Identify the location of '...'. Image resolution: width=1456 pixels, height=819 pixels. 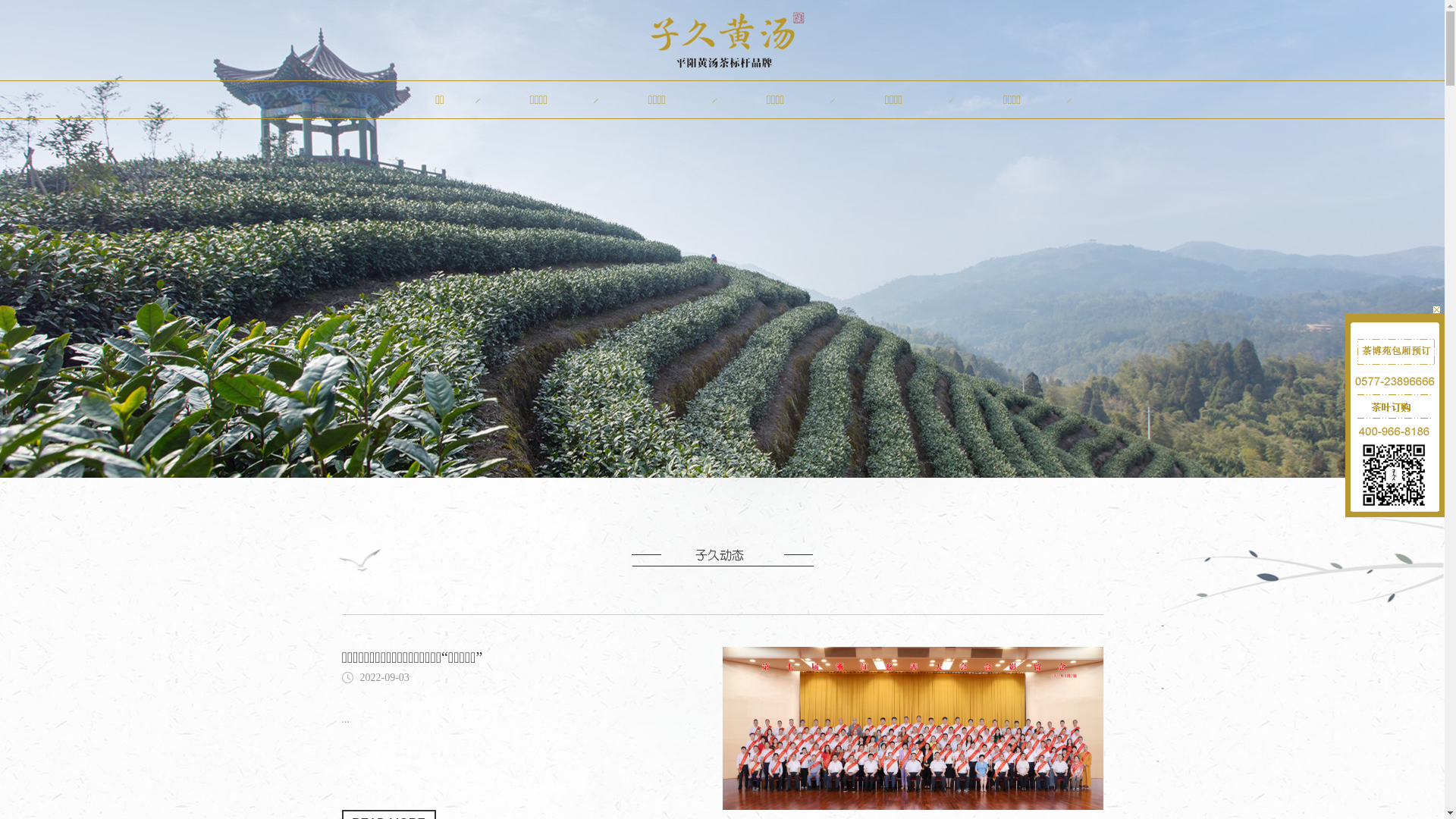
(344, 718).